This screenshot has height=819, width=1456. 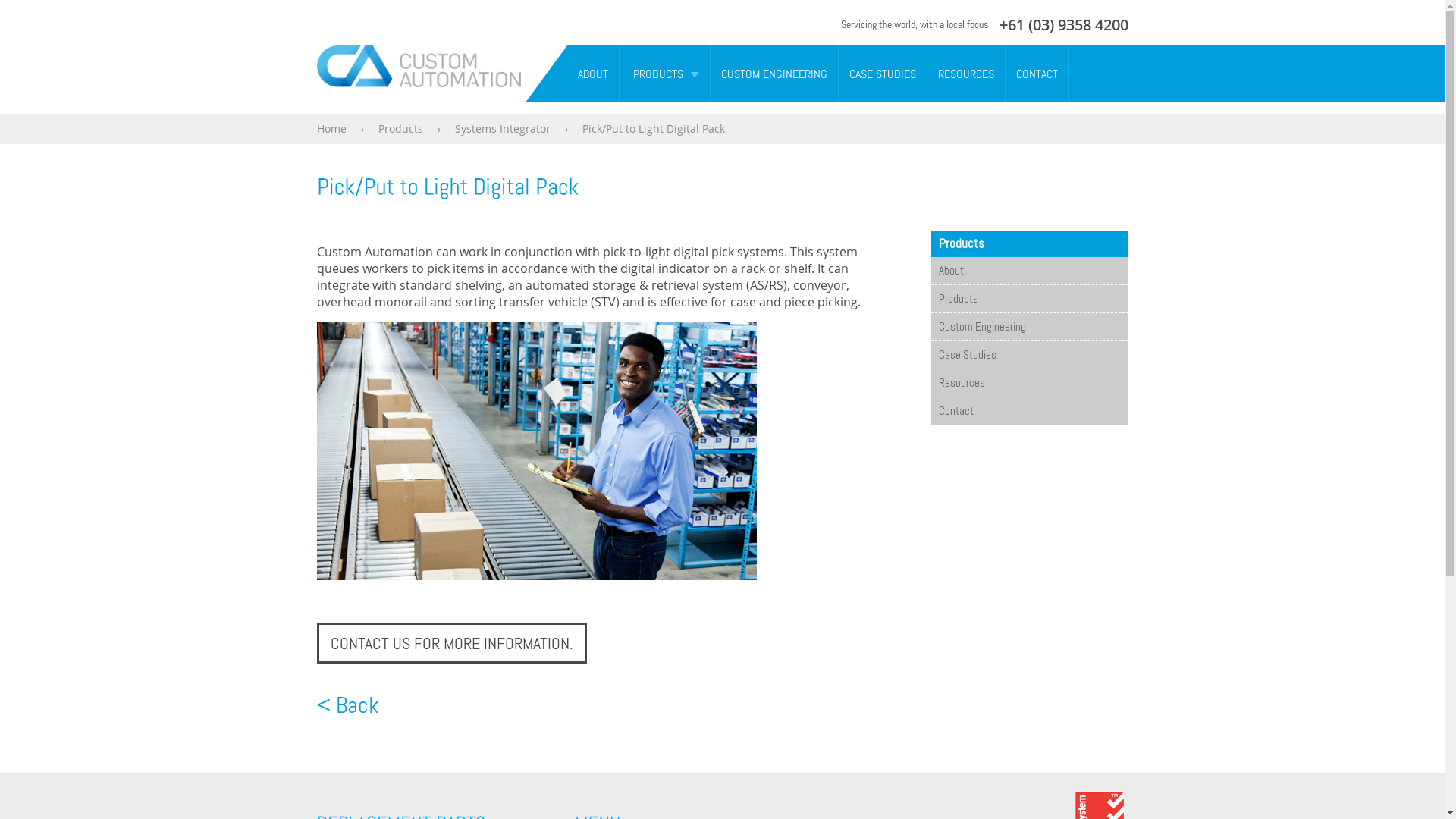 What do you see at coordinates (1029, 382) in the screenshot?
I see `'Resources'` at bounding box center [1029, 382].